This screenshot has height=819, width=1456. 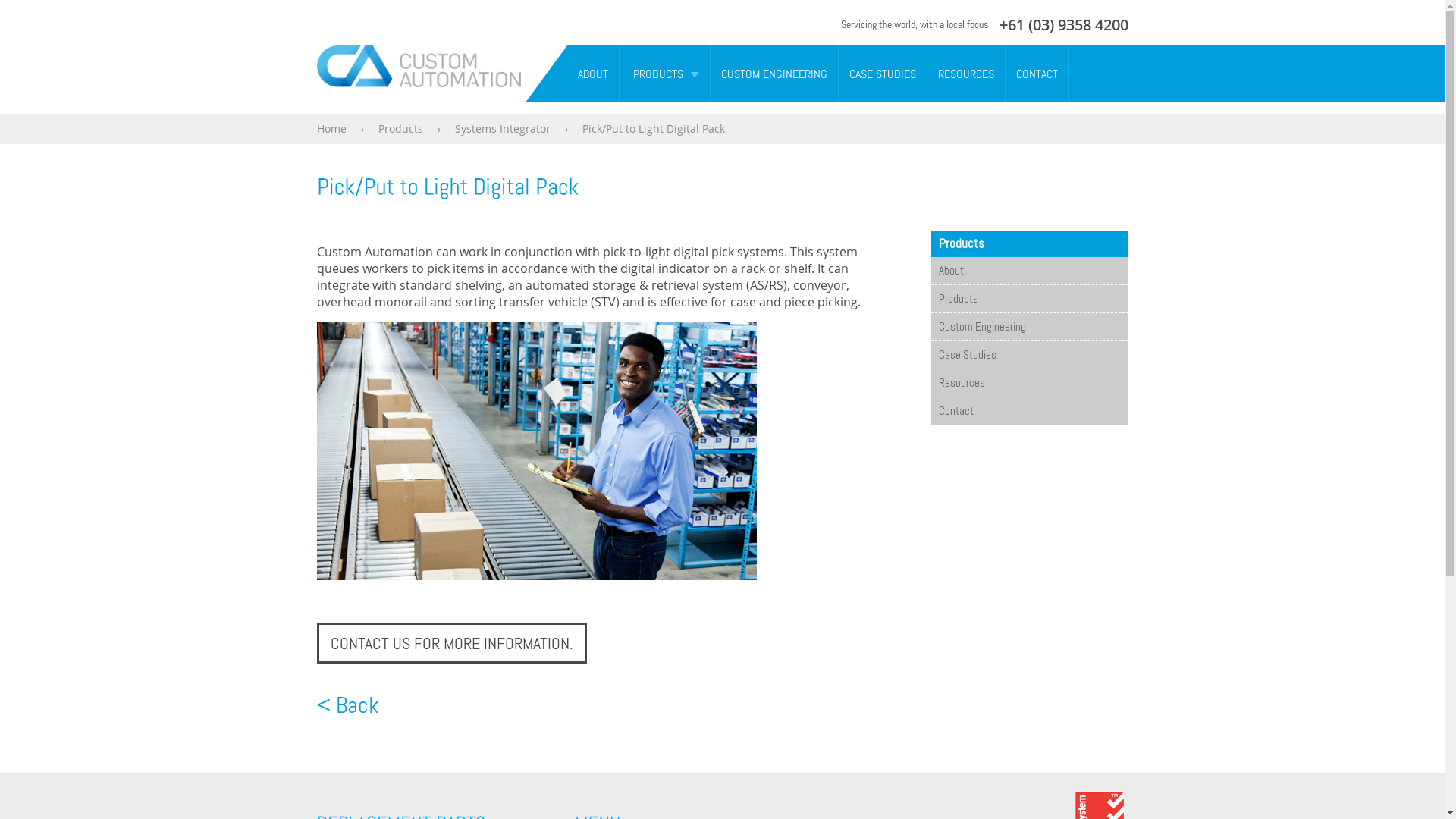 What do you see at coordinates (1029, 382) in the screenshot?
I see `'Resources'` at bounding box center [1029, 382].